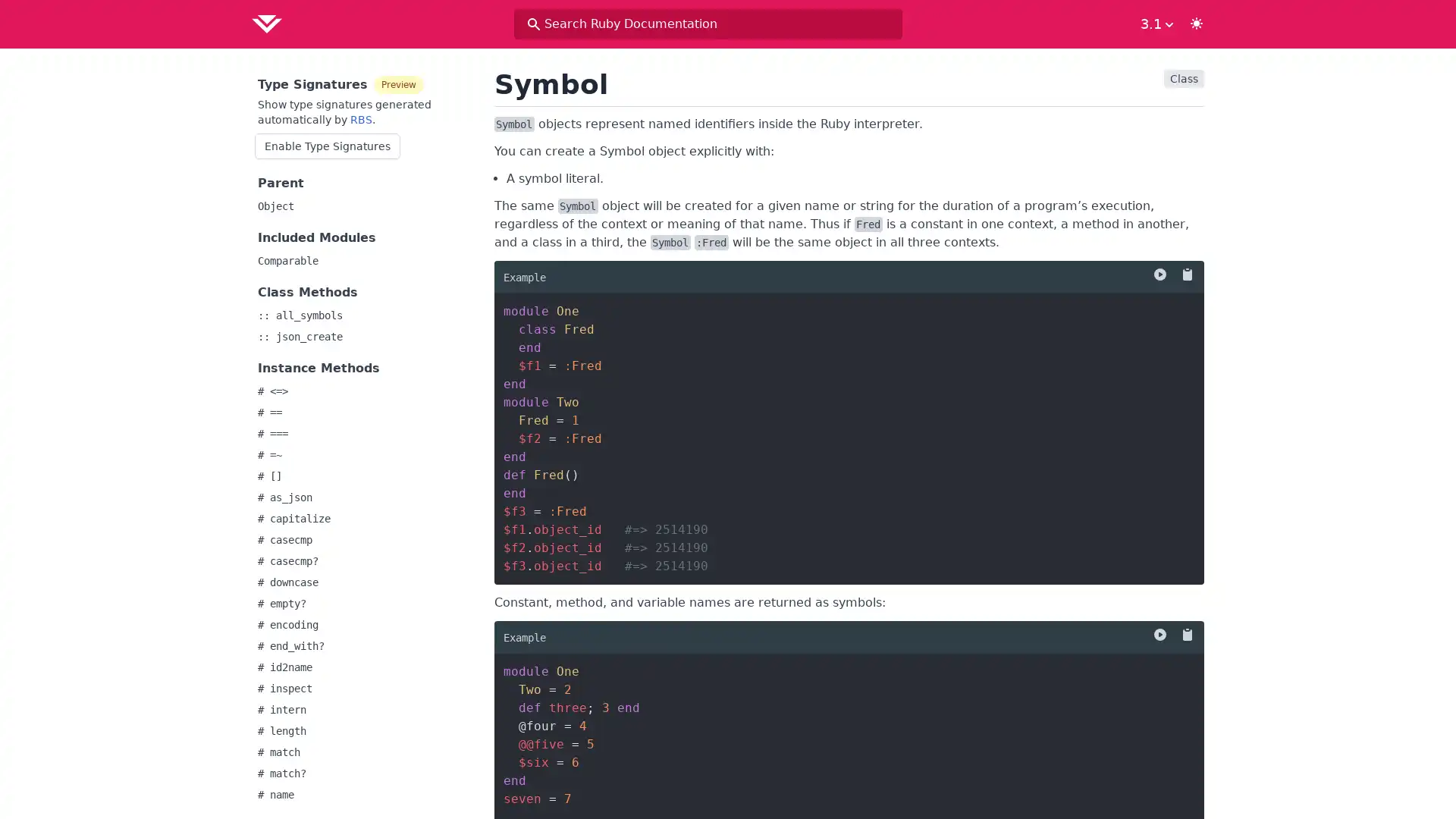  Describe the element at coordinates (1159, 275) in the screenshot. I see `Run code` at that location.